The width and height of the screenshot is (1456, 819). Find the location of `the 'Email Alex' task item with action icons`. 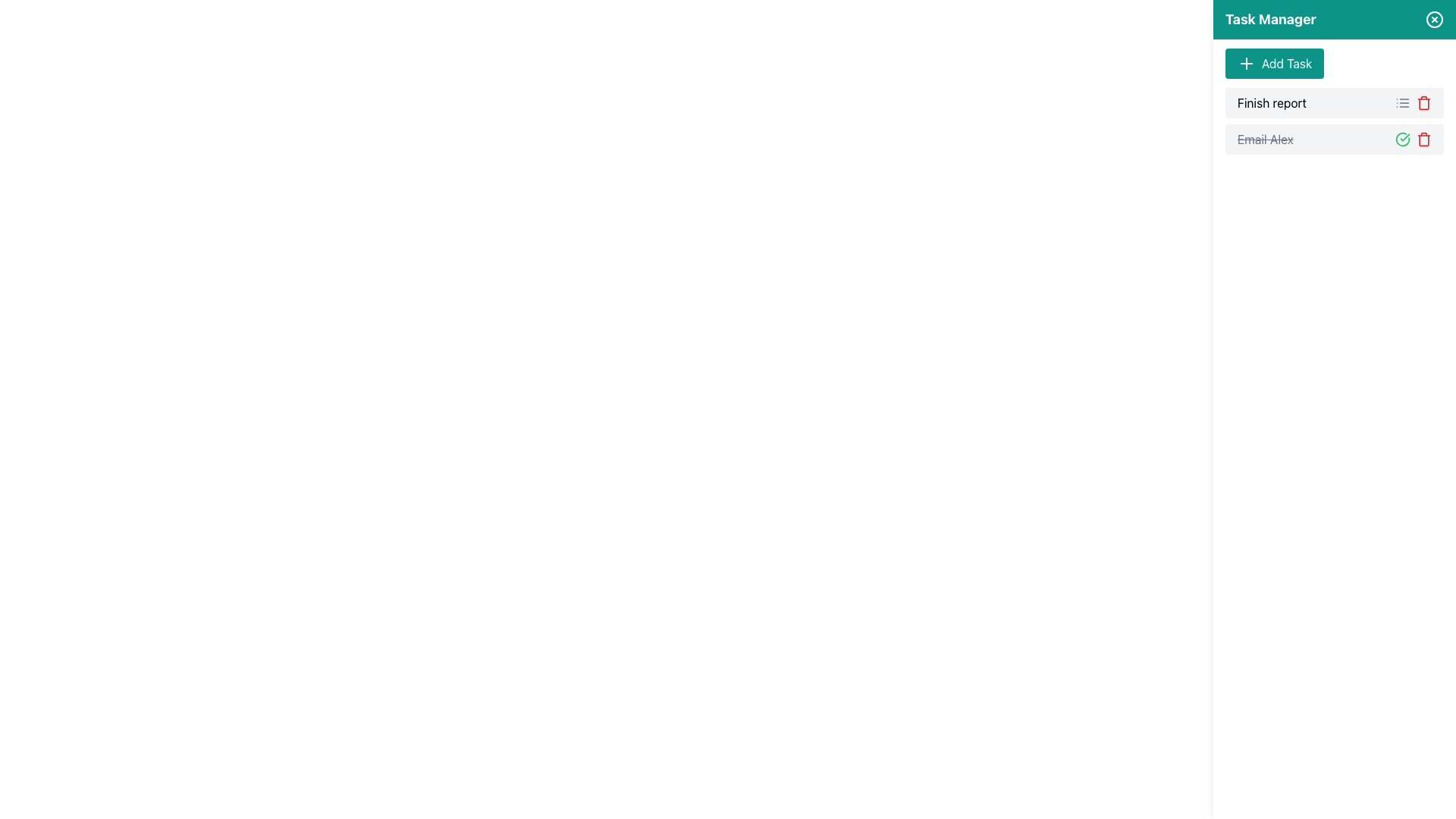

the 'Email Alex' task item with action icons is located at coordinates (1335, 140).